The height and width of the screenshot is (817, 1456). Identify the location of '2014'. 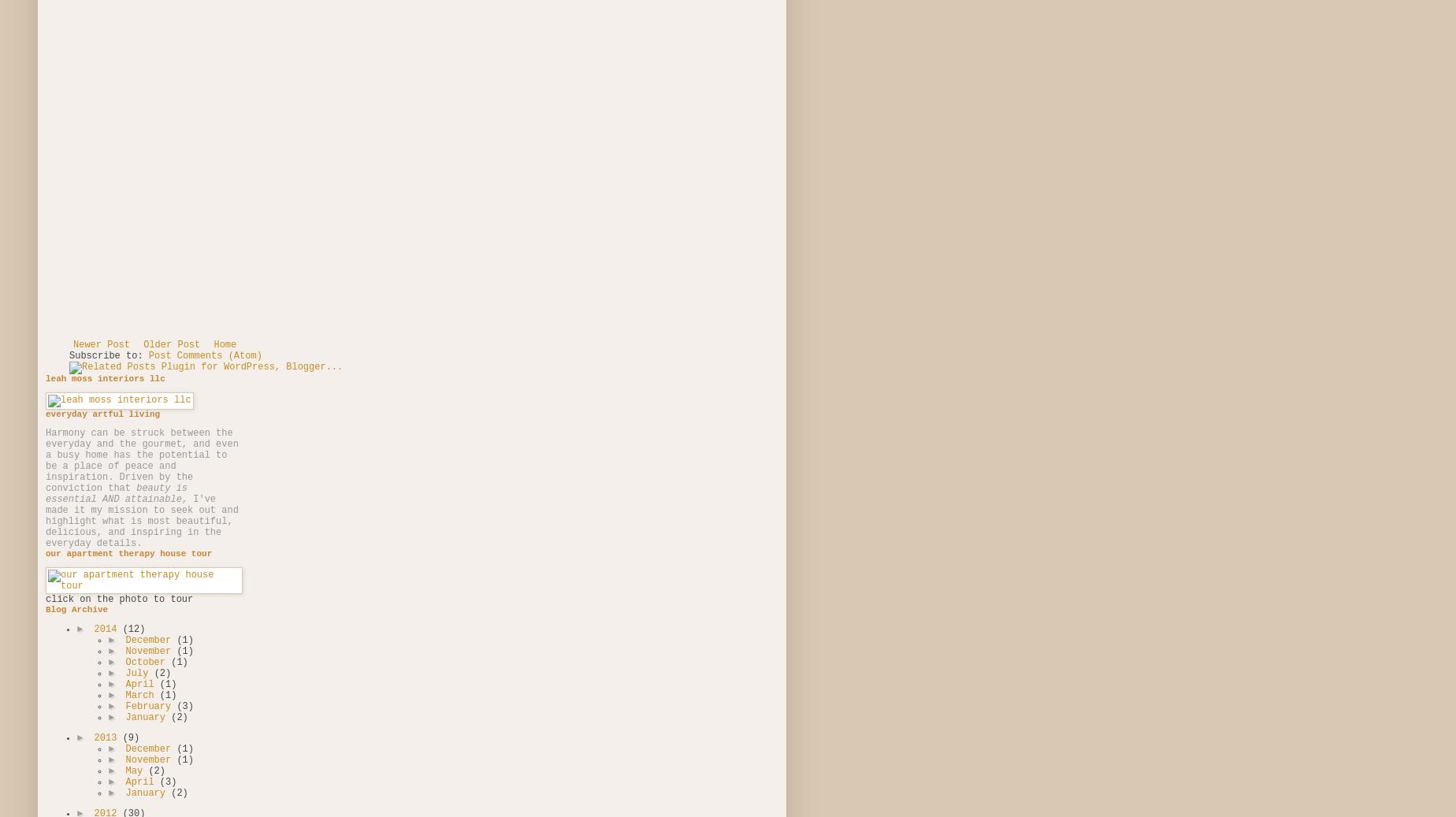
(94, 628).